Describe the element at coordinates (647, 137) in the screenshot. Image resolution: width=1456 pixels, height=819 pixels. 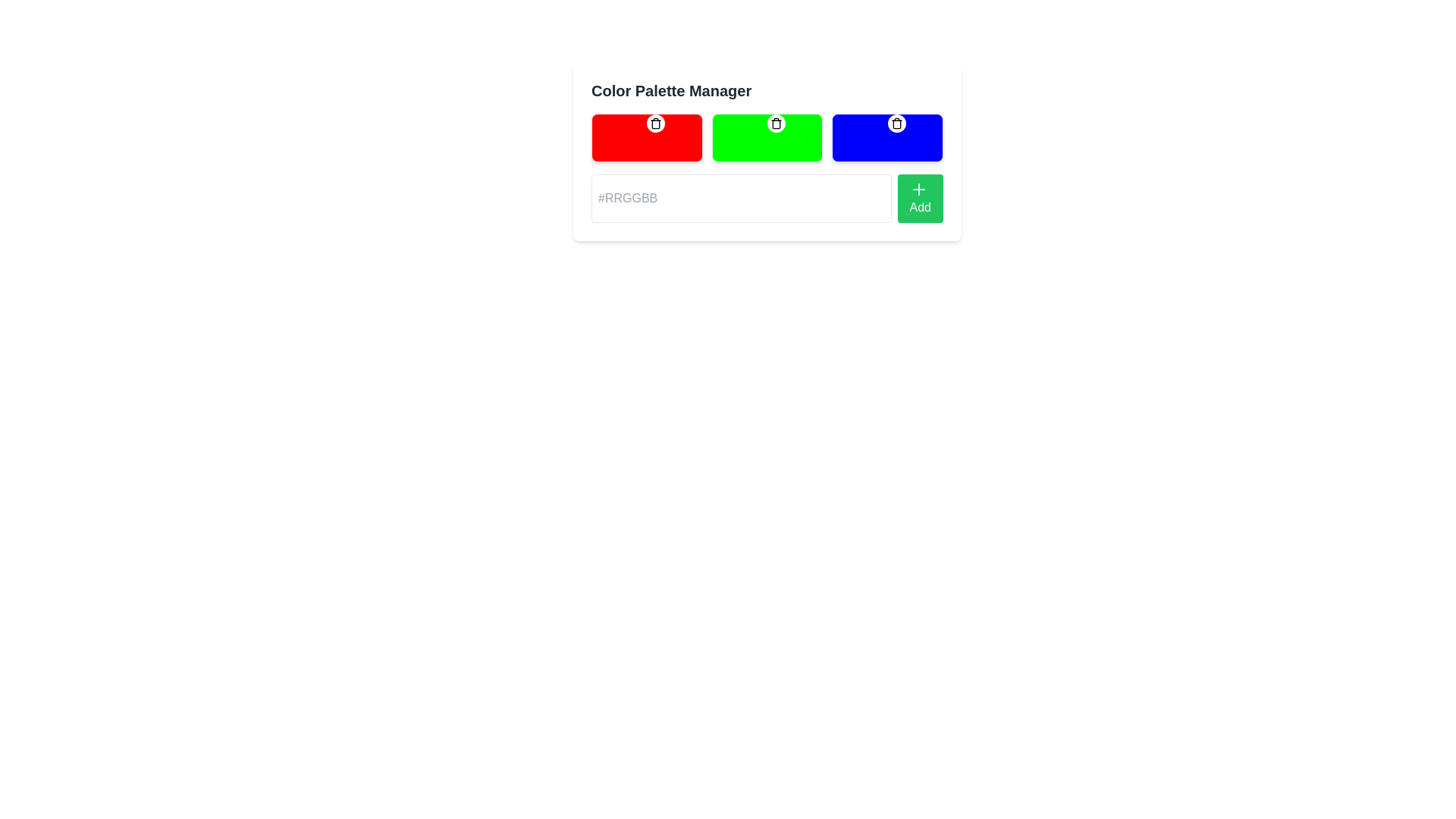
I see `the red color selection block with an embedded delete button for reordering in the Color Palette Manager` at that location.